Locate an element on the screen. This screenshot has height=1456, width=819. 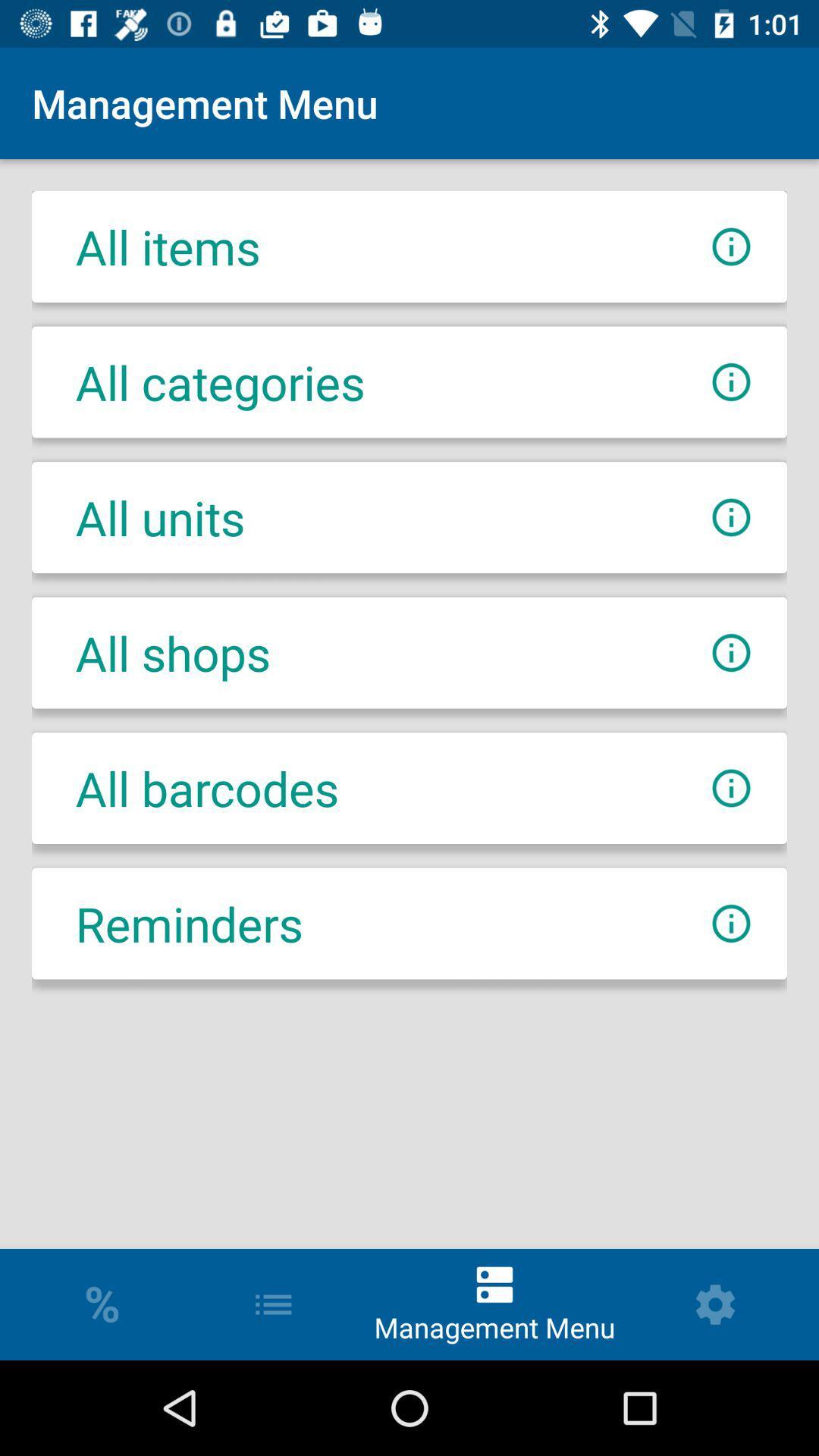
question option is located at coordinates (730, 517).